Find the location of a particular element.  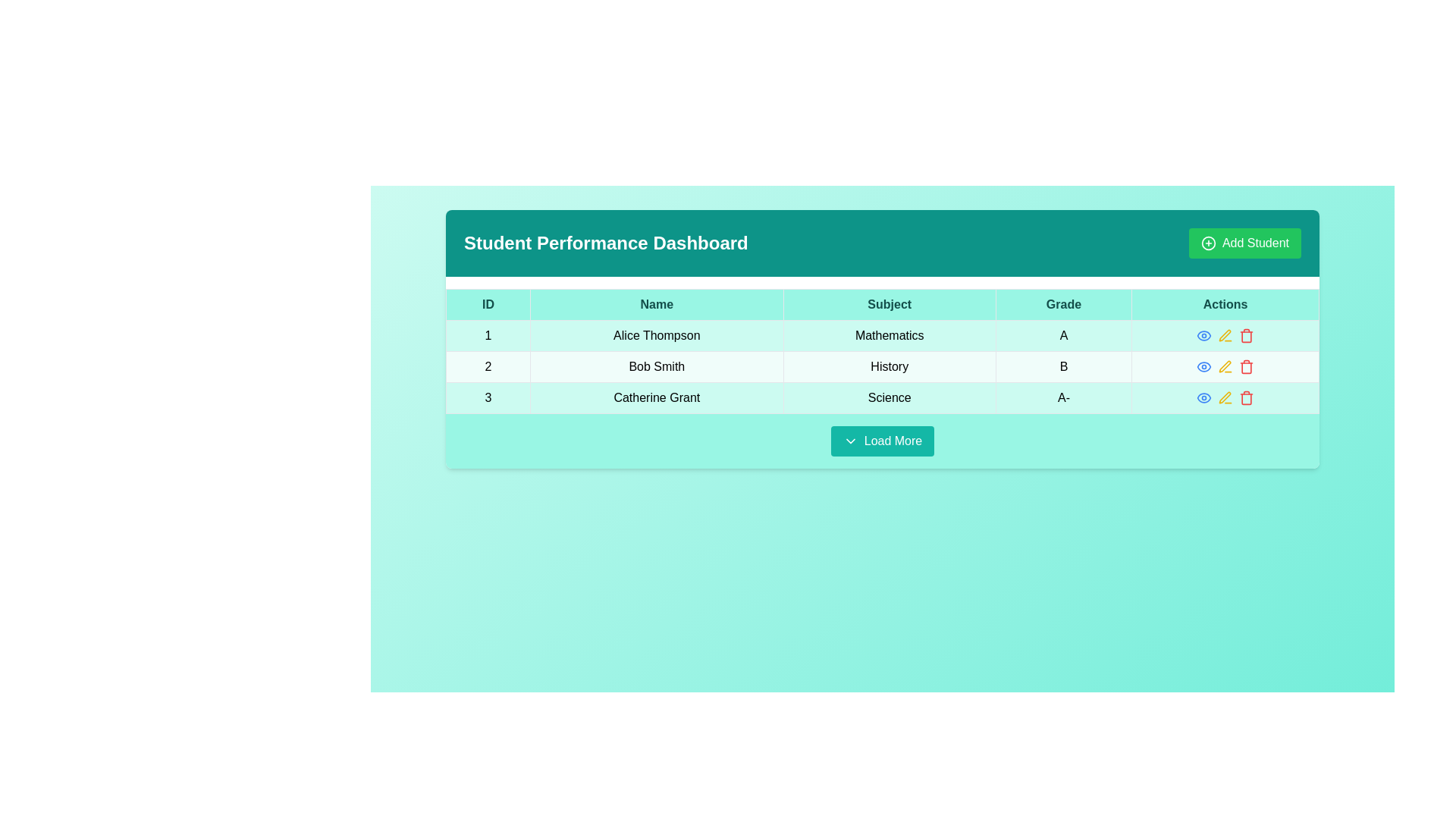

the 'edit' button represented by a pen icon in the 'Actions' section of the last row of the table is located at coordinates (1225, 397).